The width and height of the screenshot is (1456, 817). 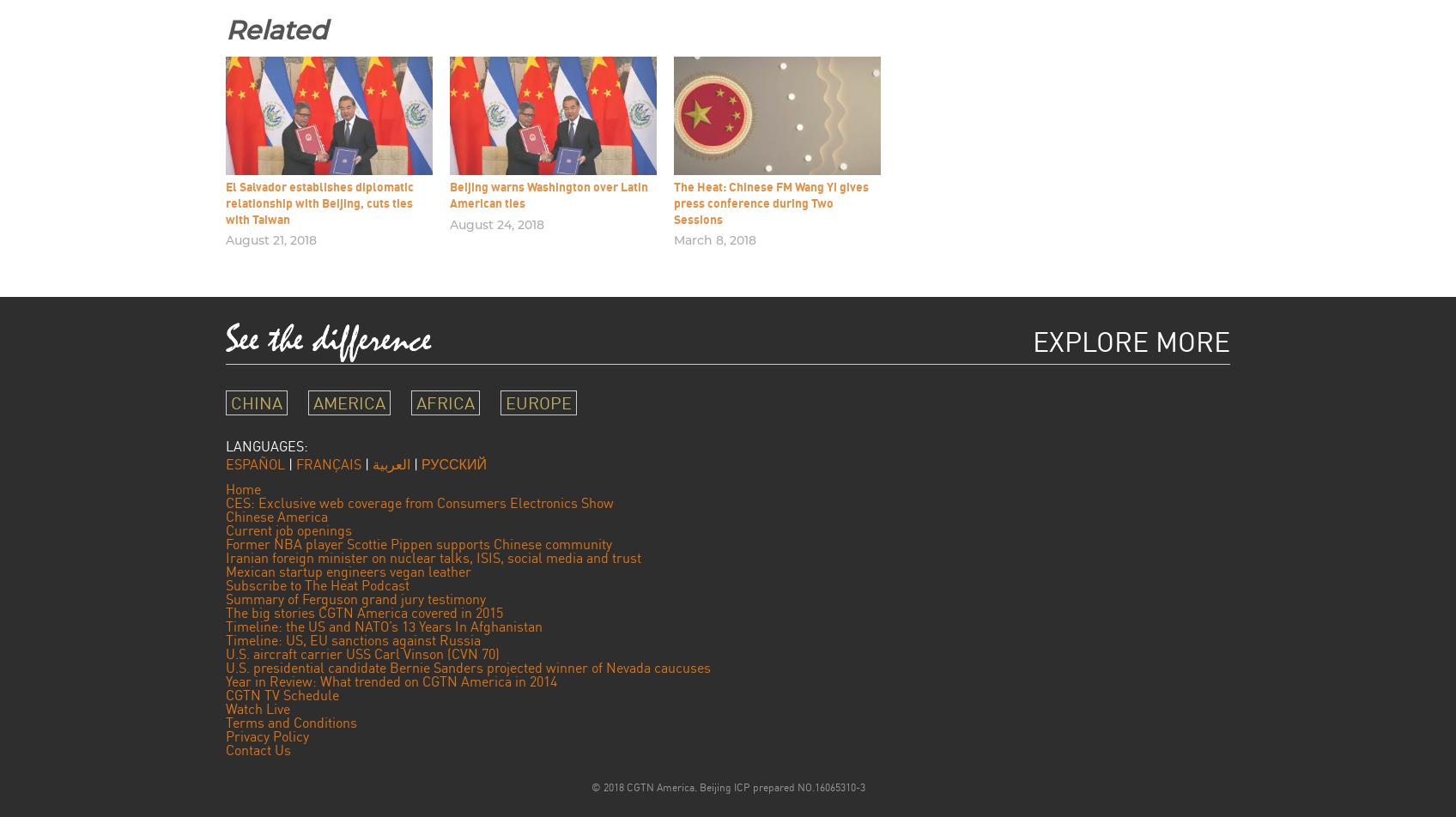 What do you see at coordinates (267, 445) in the screenshot?
I see `'LANGUAGES:'` at bounding box center [267, 445].